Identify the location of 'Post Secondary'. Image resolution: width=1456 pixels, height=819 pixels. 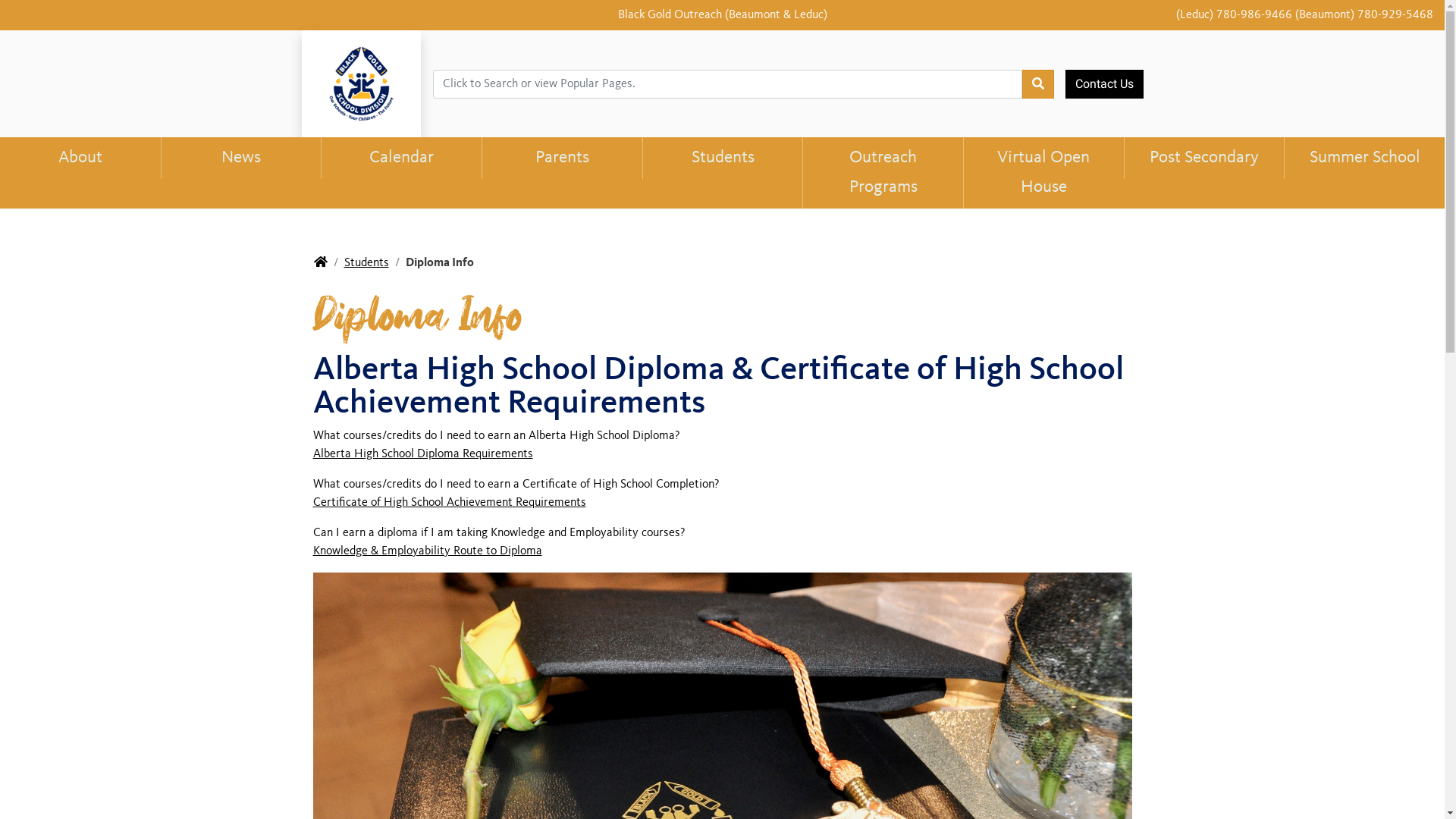
(1124, 158).